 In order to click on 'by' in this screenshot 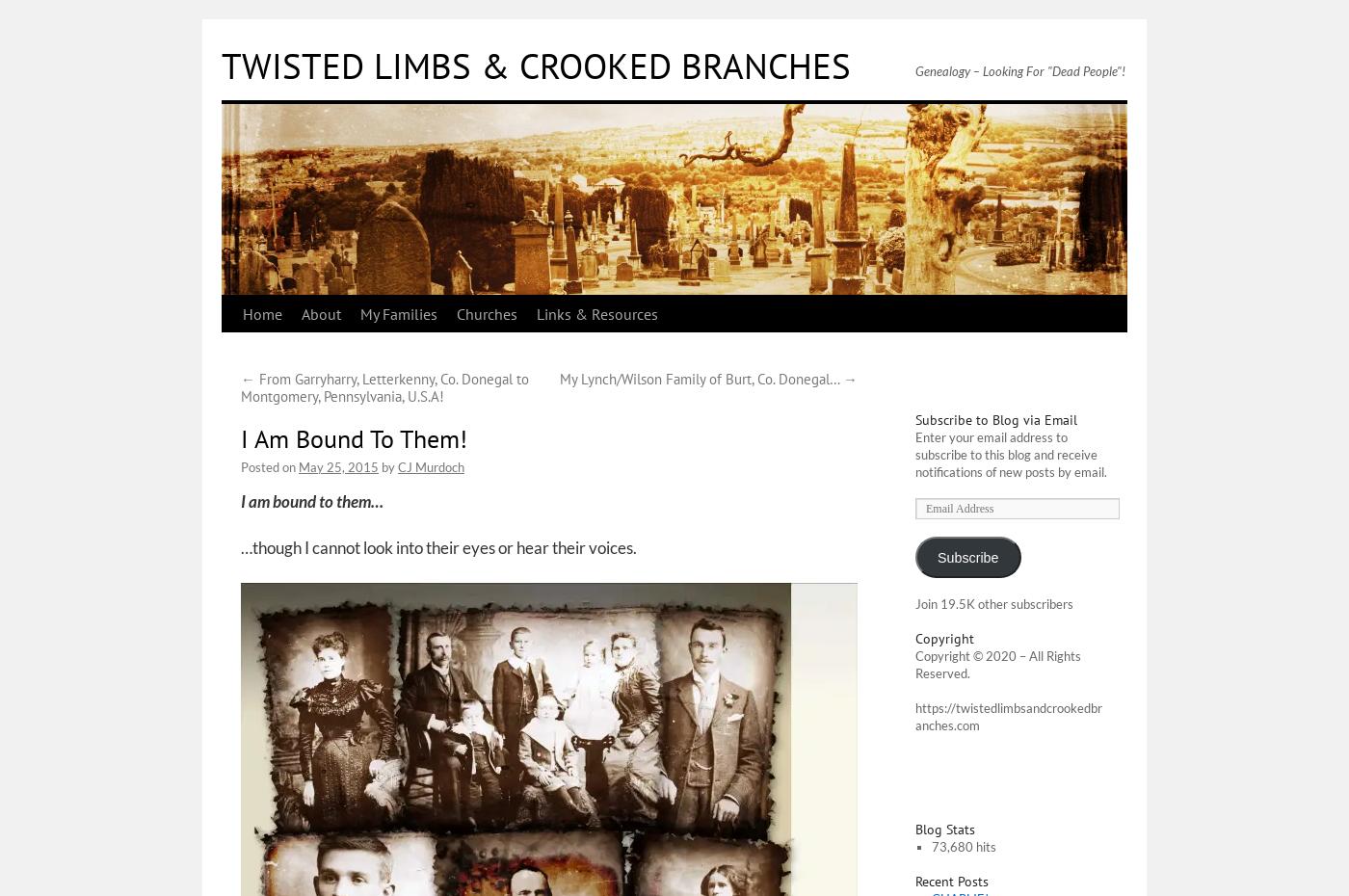, I will do `click(388, 464)`.